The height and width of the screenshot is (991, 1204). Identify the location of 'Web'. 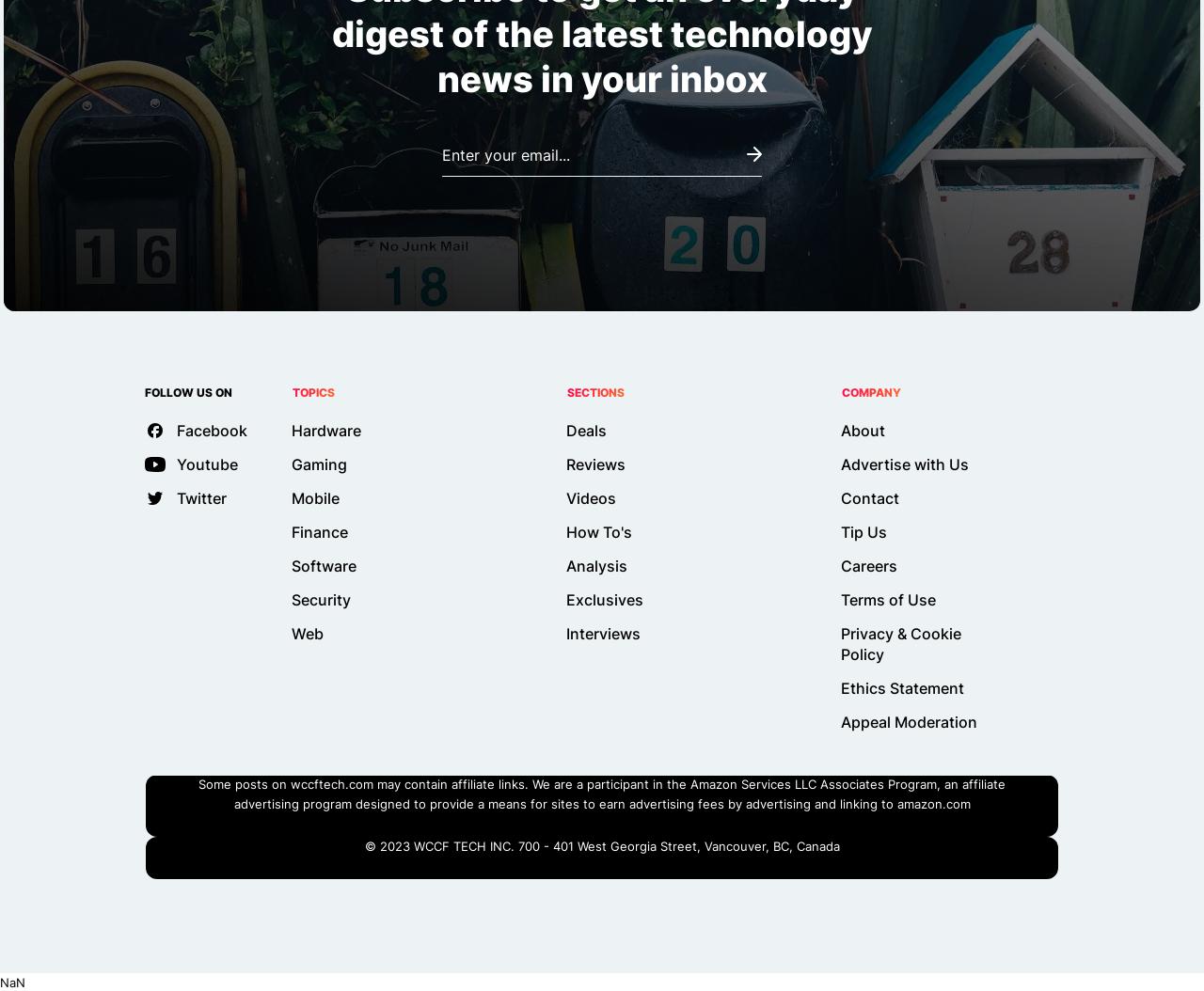
(308, 634).